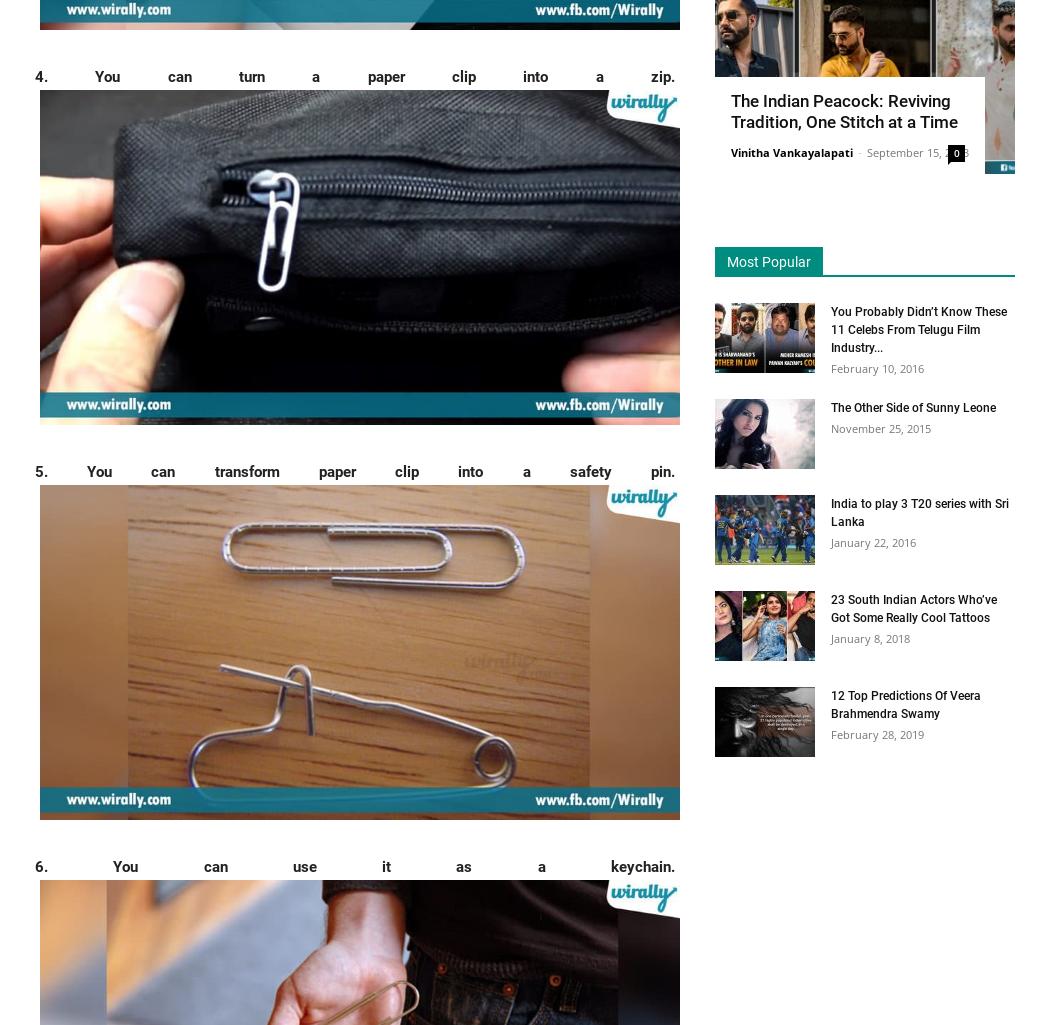 The image size is (1050, 1025). What do you see at coordinates (879, 426) in the screenshot?
I see `'November 25, 2015'` at bounding box center [879, 426].